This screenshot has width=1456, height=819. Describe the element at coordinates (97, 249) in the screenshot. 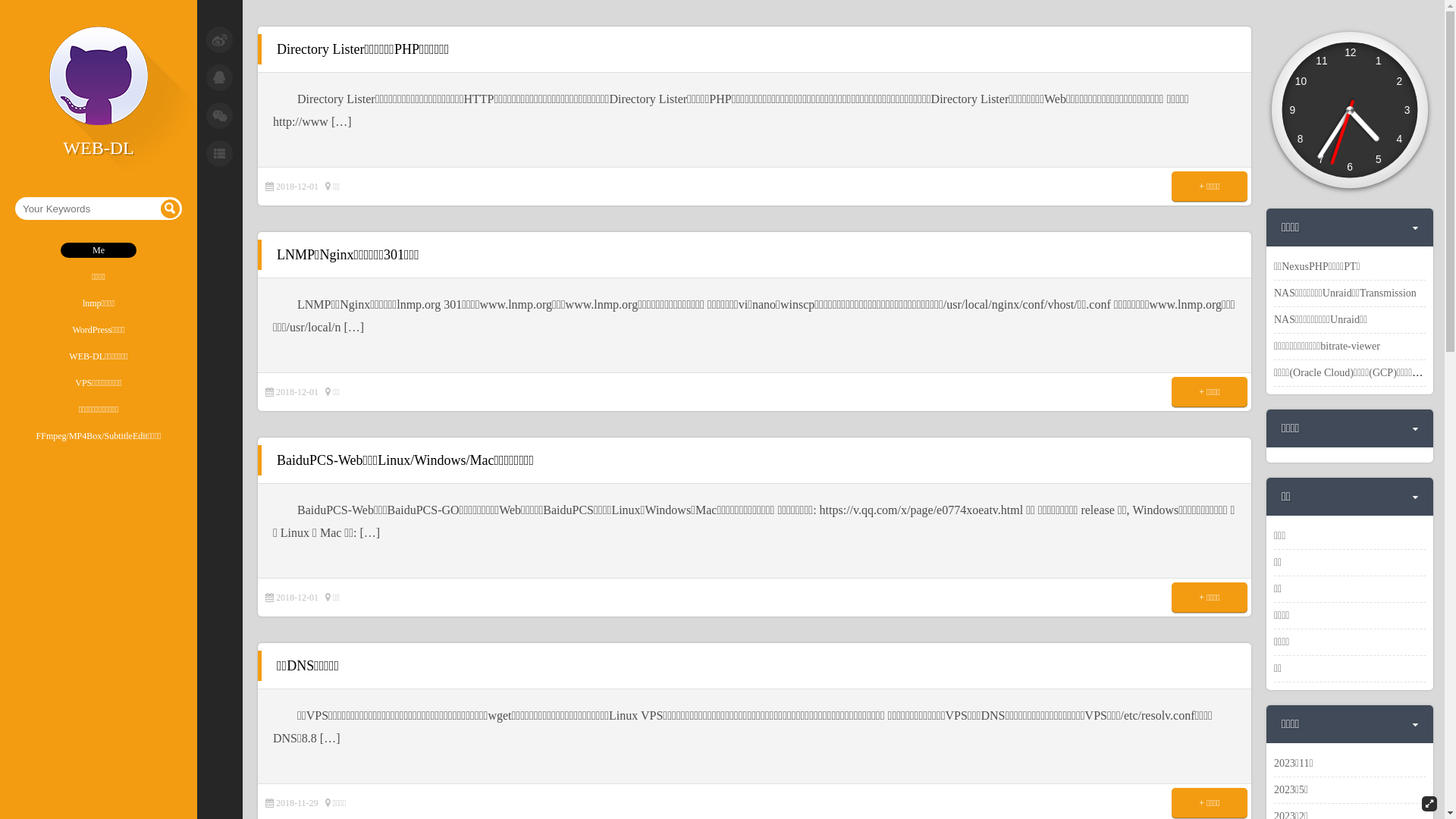

I see `'Me'` at that location.